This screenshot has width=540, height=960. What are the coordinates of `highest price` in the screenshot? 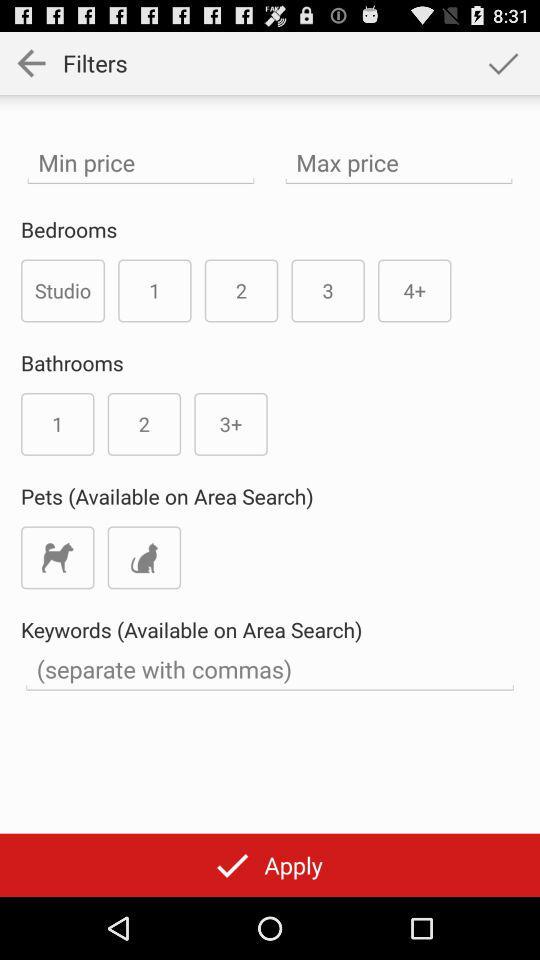 It's located at (399, 161).